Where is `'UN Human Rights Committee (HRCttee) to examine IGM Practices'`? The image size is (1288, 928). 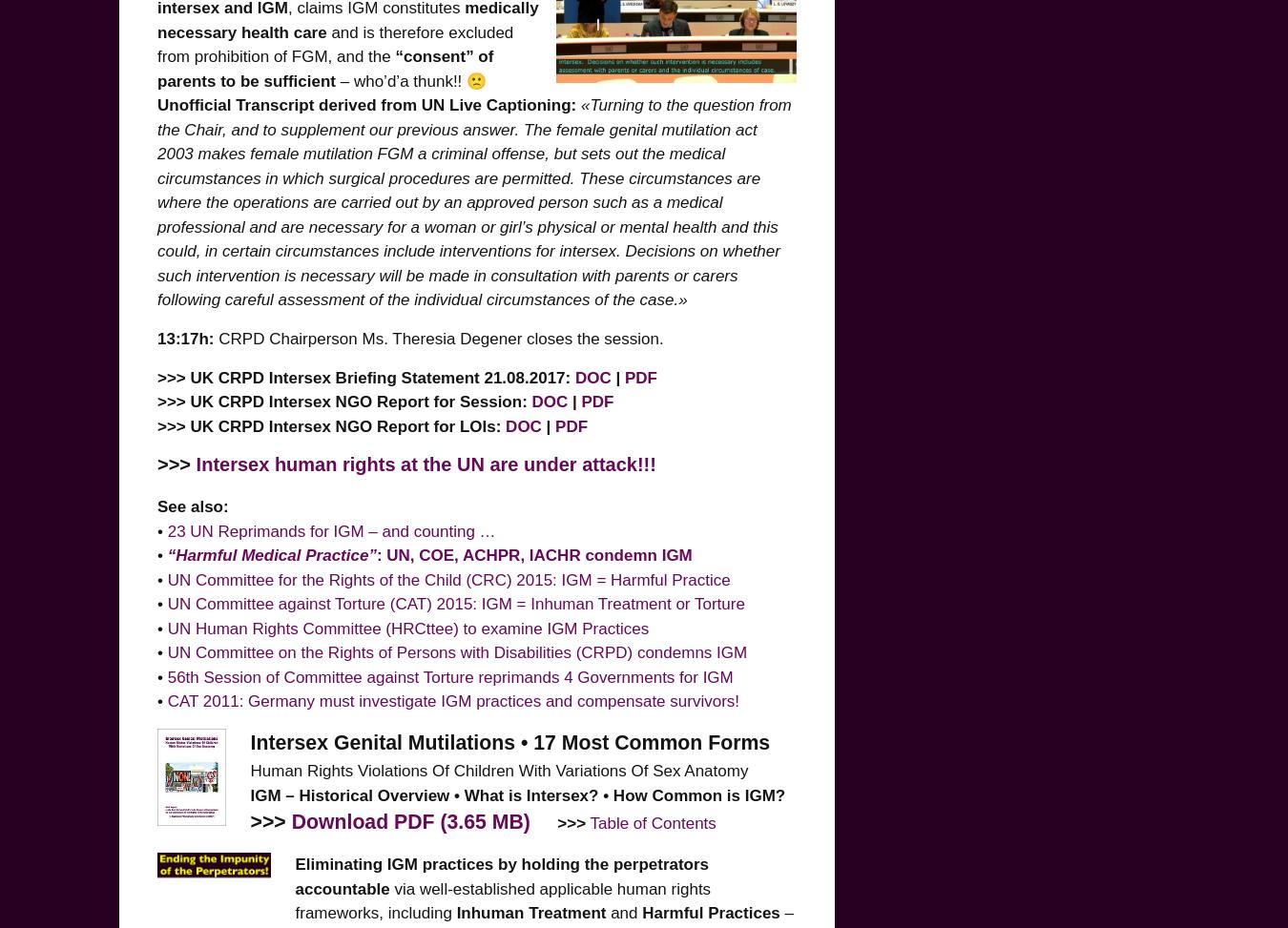
'UN Human Rights Committee (HRCttee) to examine IGM Practices' is located at coordinates (407, 627).